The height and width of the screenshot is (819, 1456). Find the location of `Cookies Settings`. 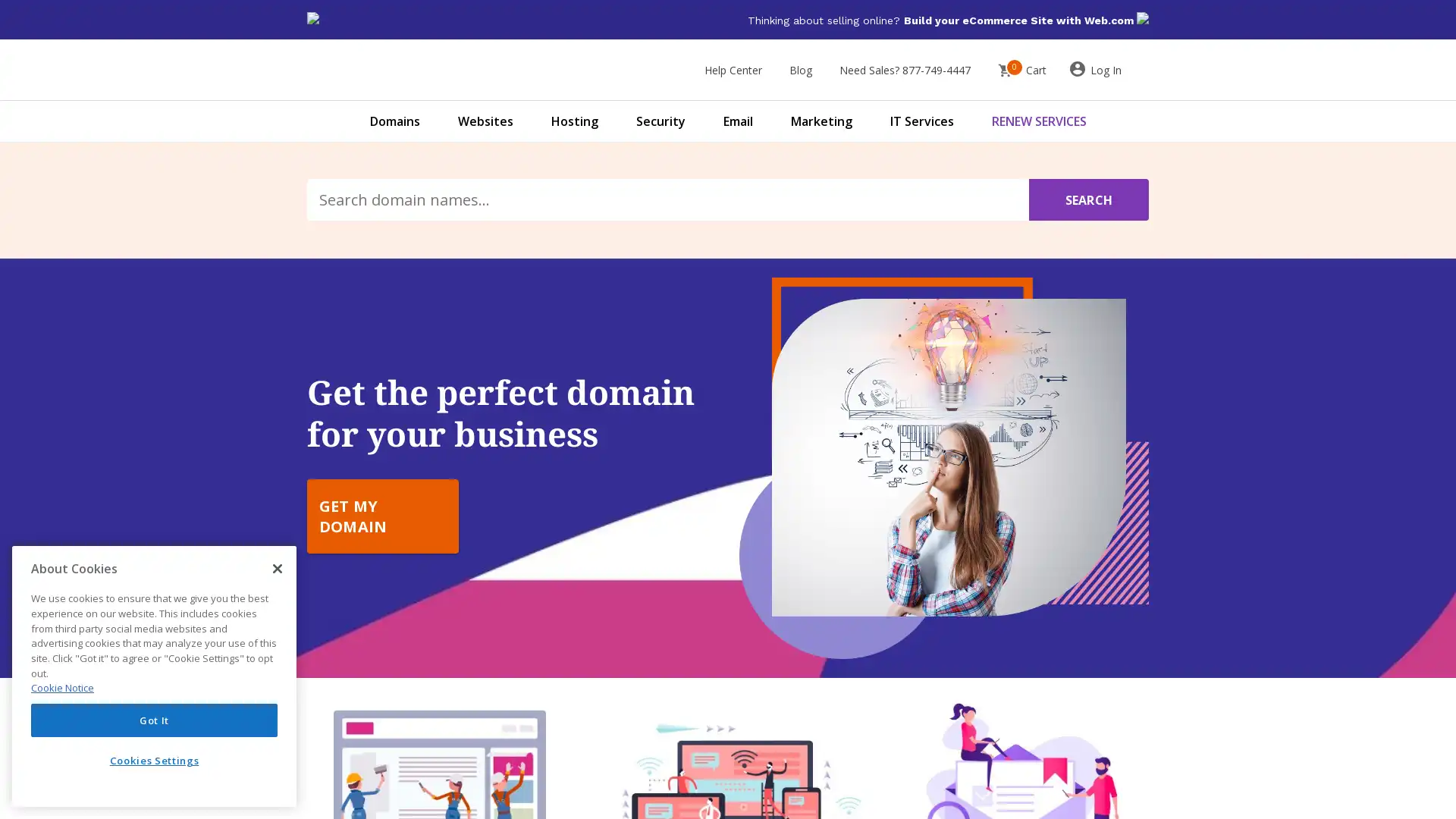

Cookies Settings is located at coordinates (154, 760).